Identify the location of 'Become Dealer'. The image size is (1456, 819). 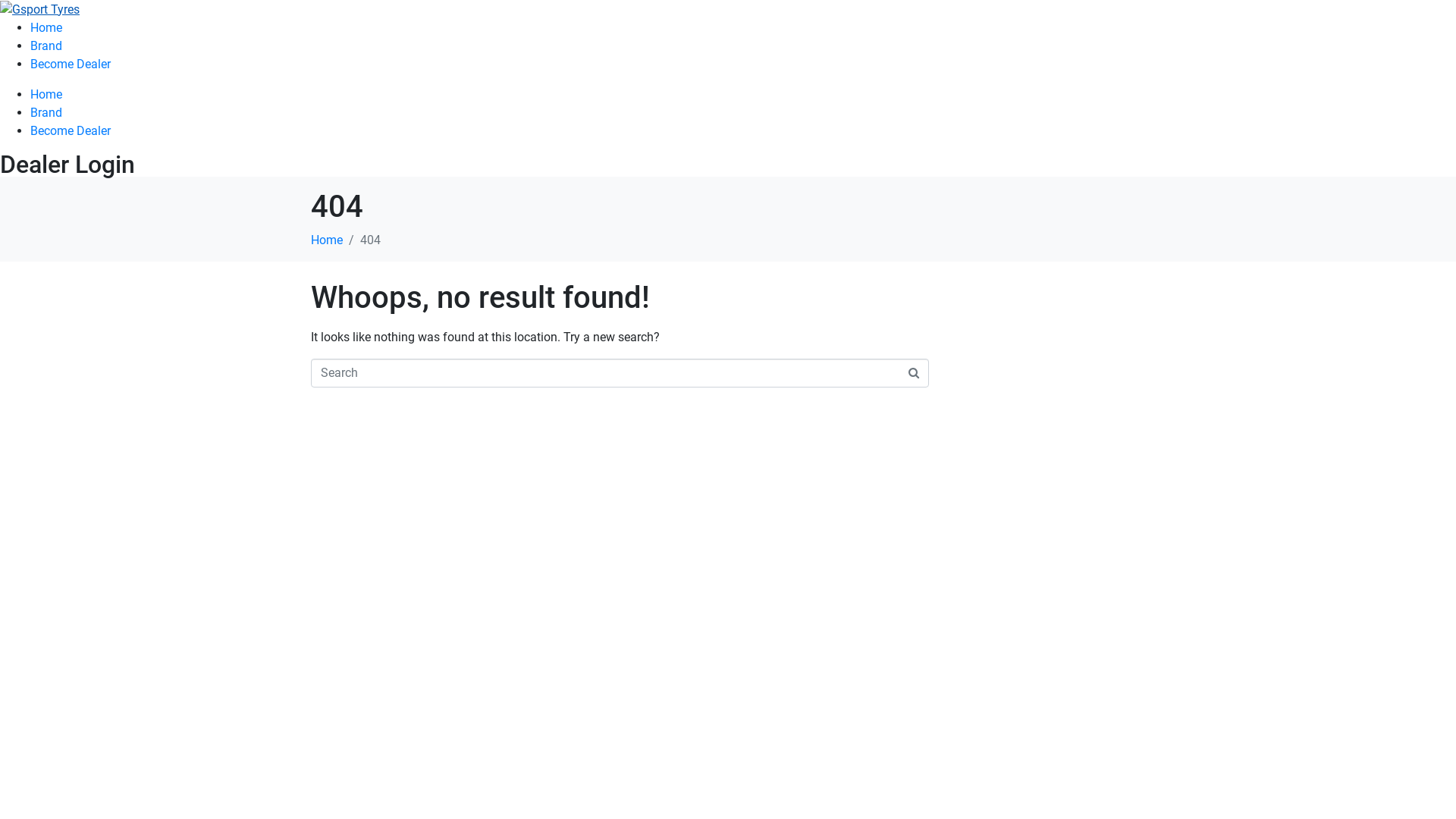
(69, 130).